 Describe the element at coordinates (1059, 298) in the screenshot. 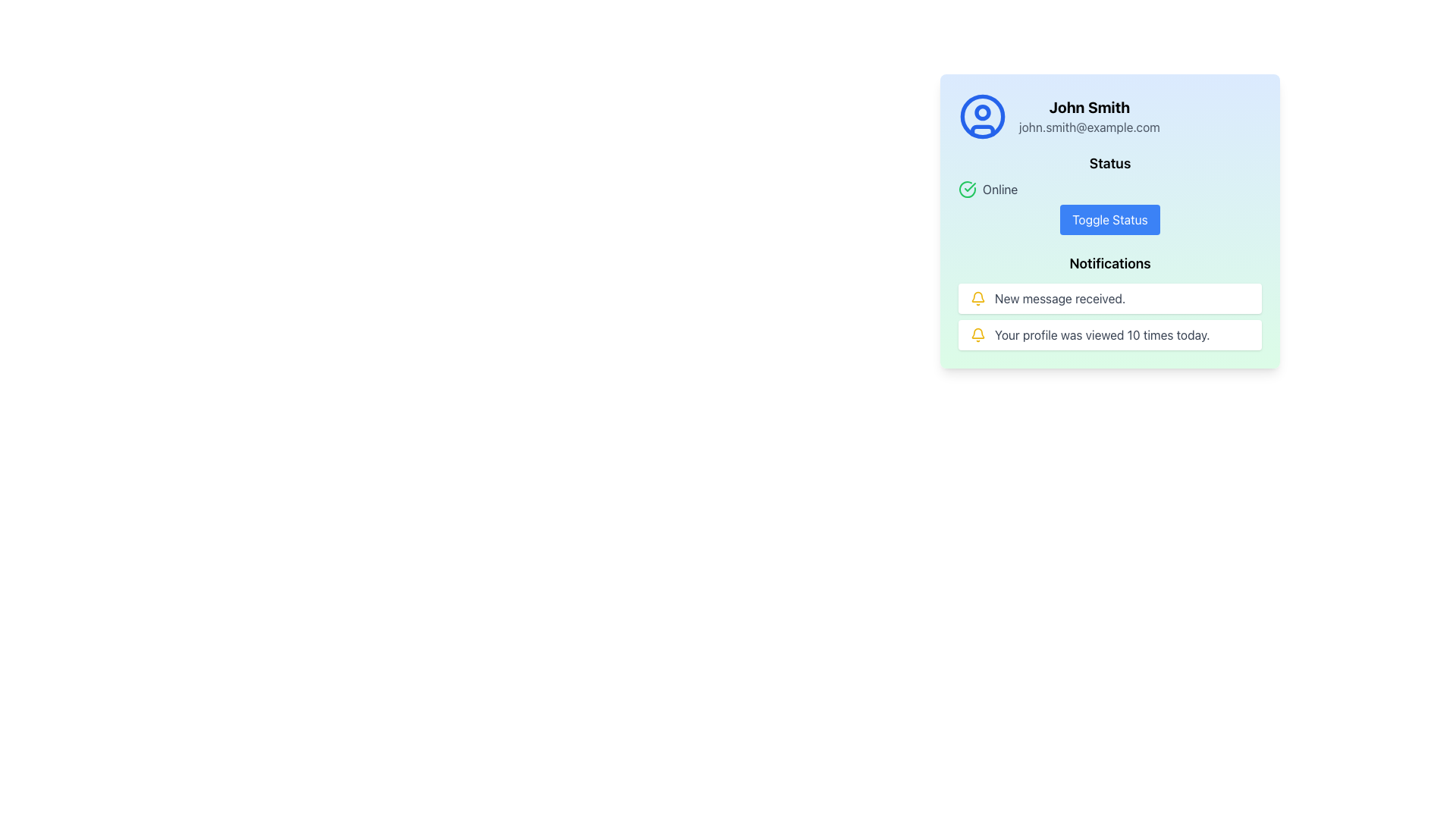

I see `static text element that displays 'New message received.' which is styled in gray against a white background, located in the first row of the notification list inside a notification card` at that location.